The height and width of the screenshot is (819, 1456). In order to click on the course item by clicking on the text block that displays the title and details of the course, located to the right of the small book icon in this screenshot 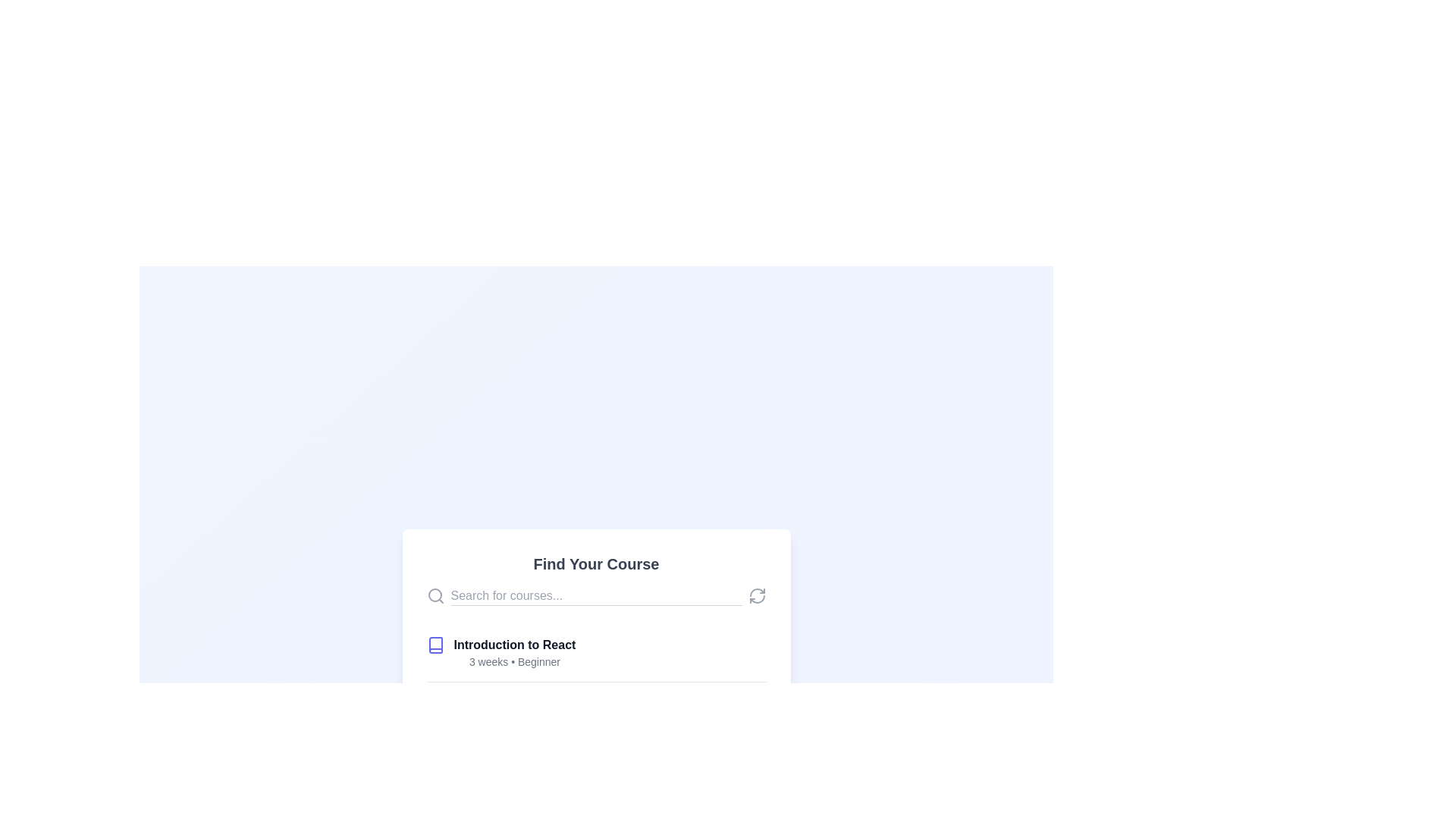, I will do `click(507, 769)`.